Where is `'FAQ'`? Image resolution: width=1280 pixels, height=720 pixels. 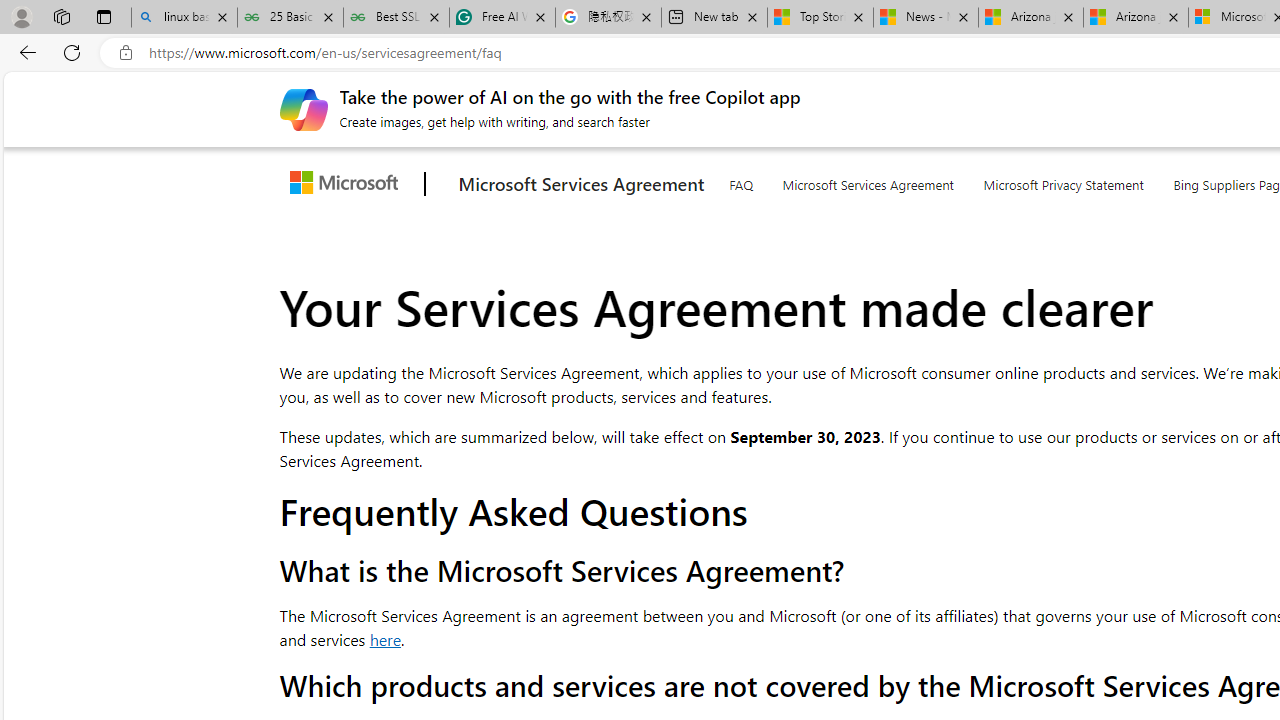 'FAQ' is located at coordinates (739, 181).